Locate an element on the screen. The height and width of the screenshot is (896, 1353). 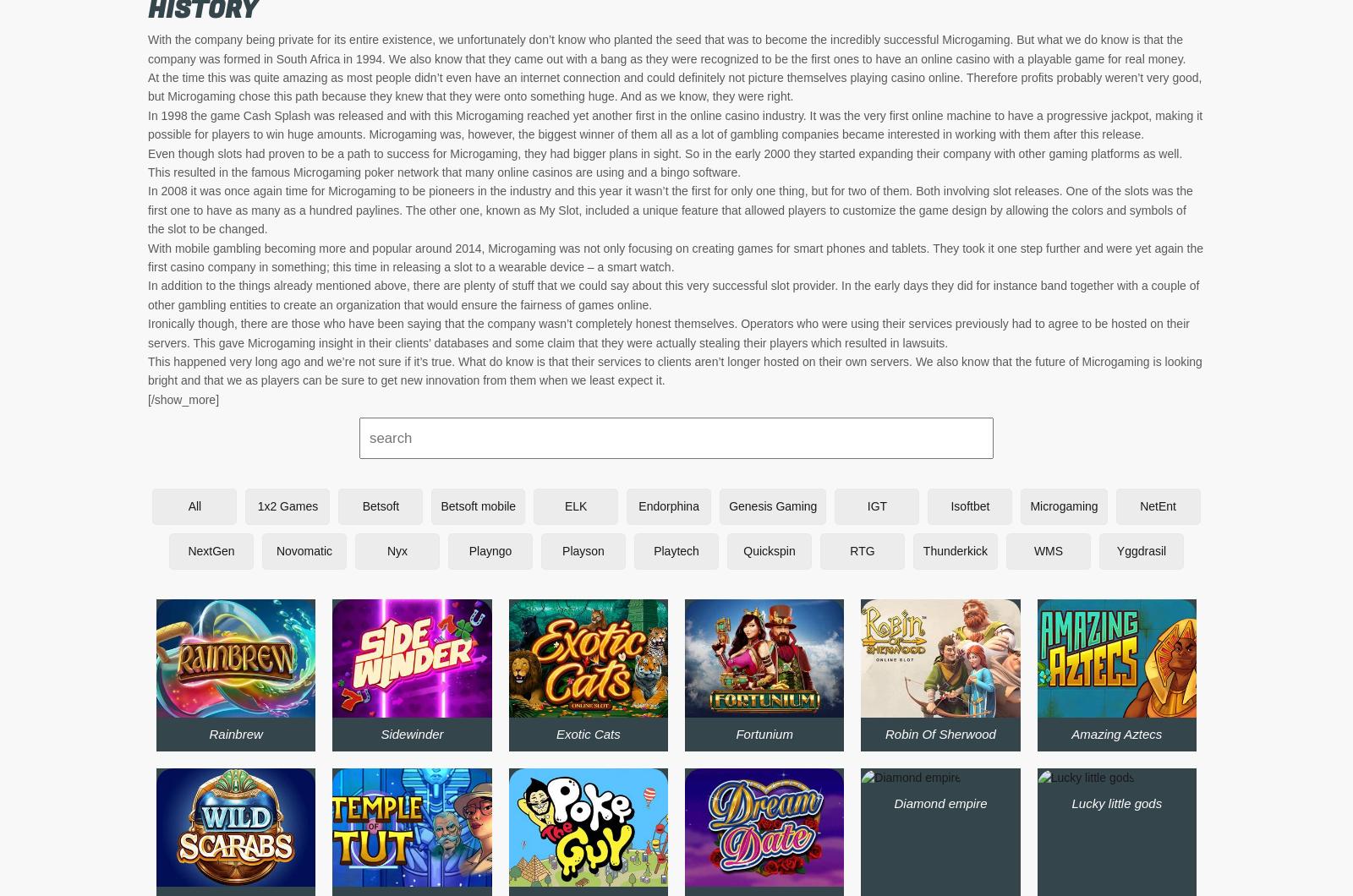
'Big Kahuna' is located at coordinates (1083, 541).